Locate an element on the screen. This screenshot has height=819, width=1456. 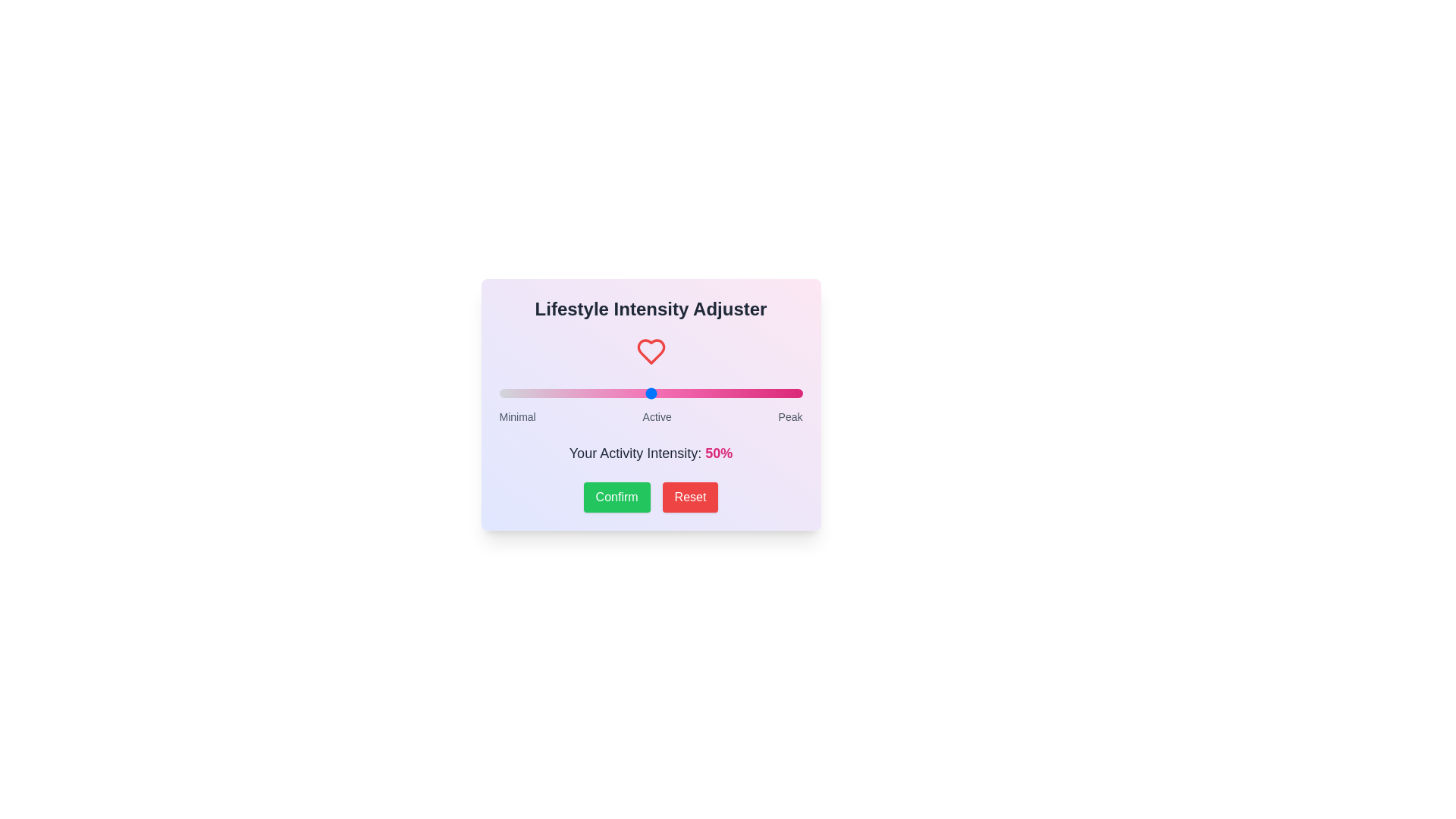
the 'Confirm' button to confirm the current intensity setting is located at coordinates (617, 497).